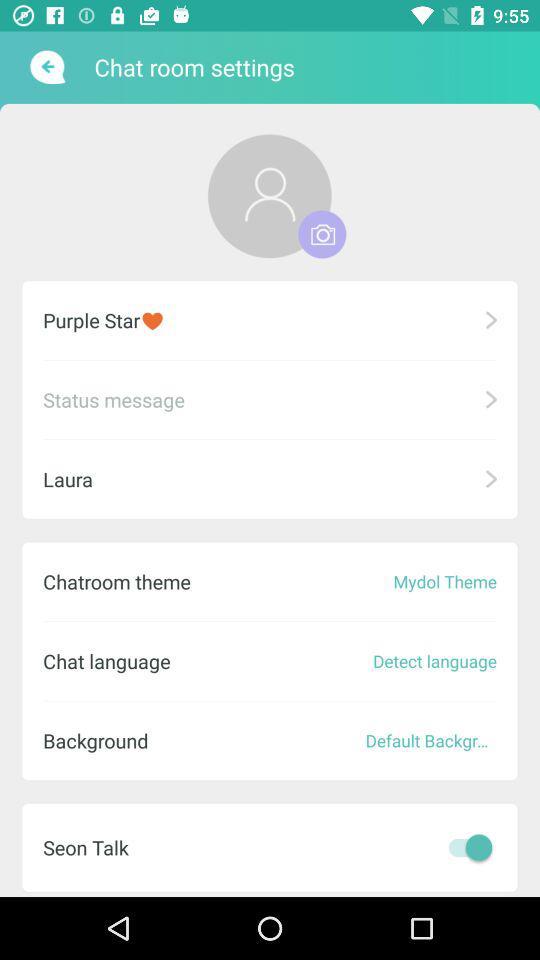 Image resolution: width=540 pixels, height=960 pixels. What do you see at coordinates (322, 234) in the screenshot?
I see `the photo icon` at bounding box center [322, 234].